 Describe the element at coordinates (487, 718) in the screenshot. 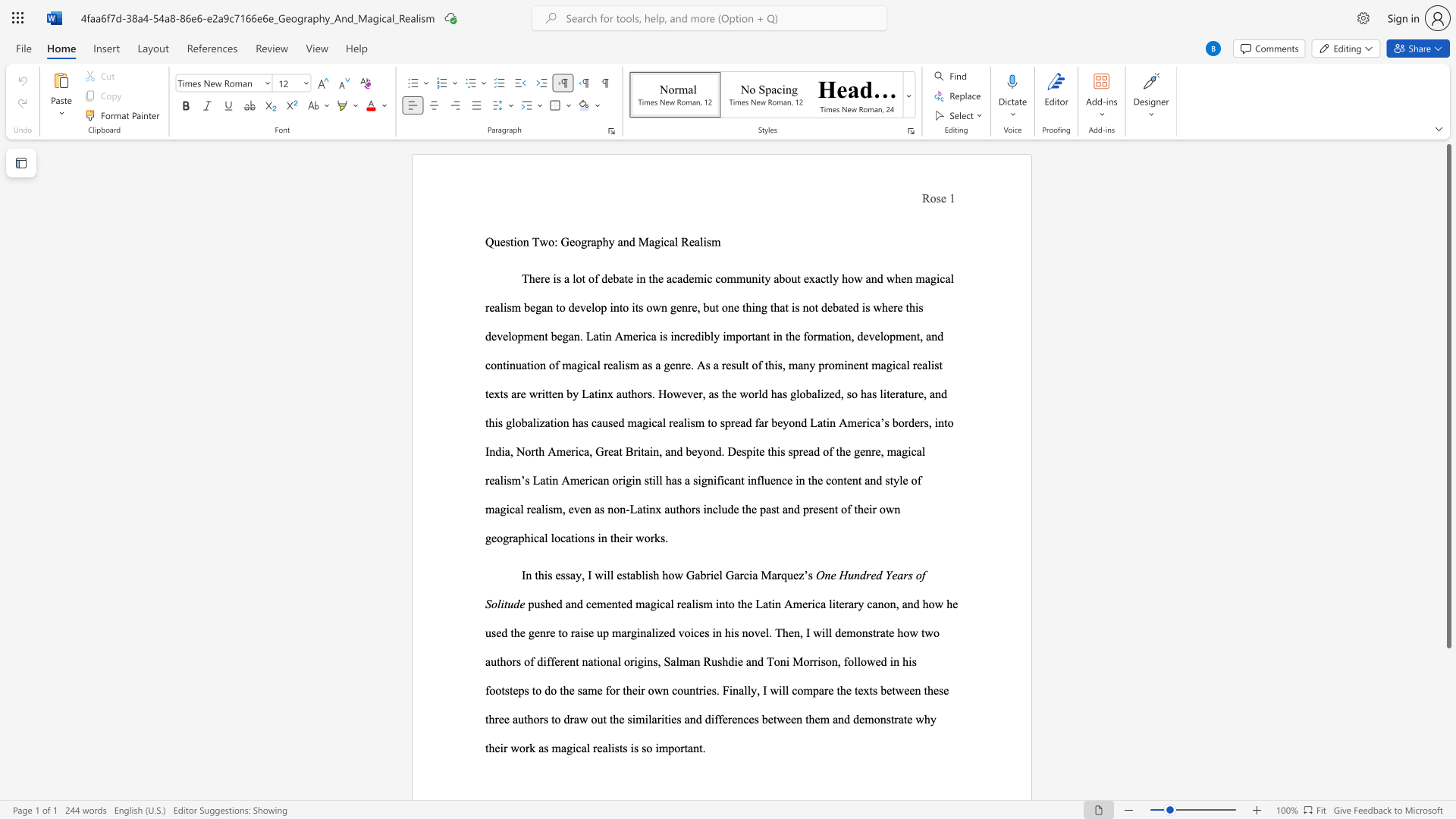

I see `the 10th character "t" in the text` at that location.